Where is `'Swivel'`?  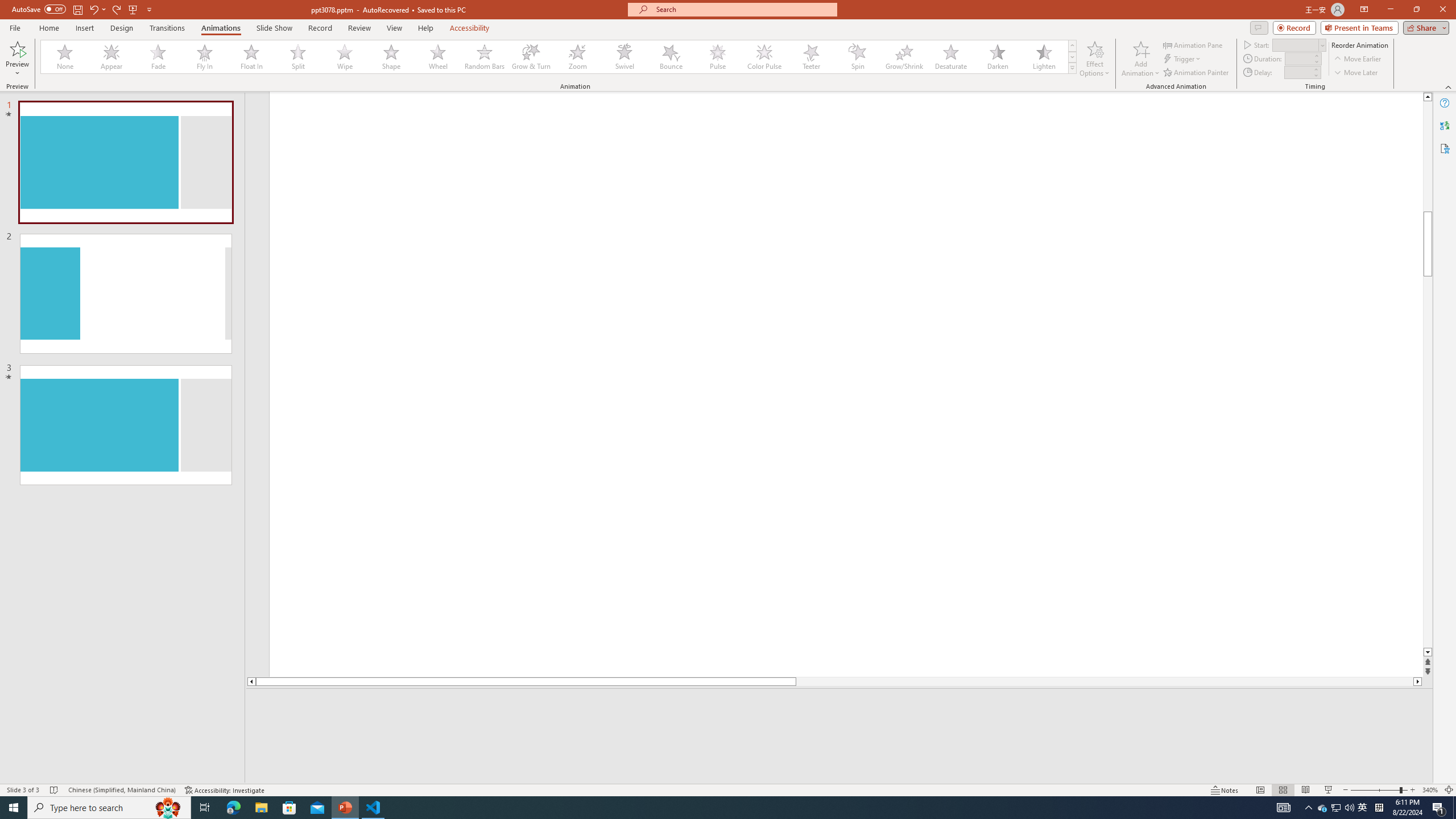 'Swivel' is located at coordinates (624, 56).